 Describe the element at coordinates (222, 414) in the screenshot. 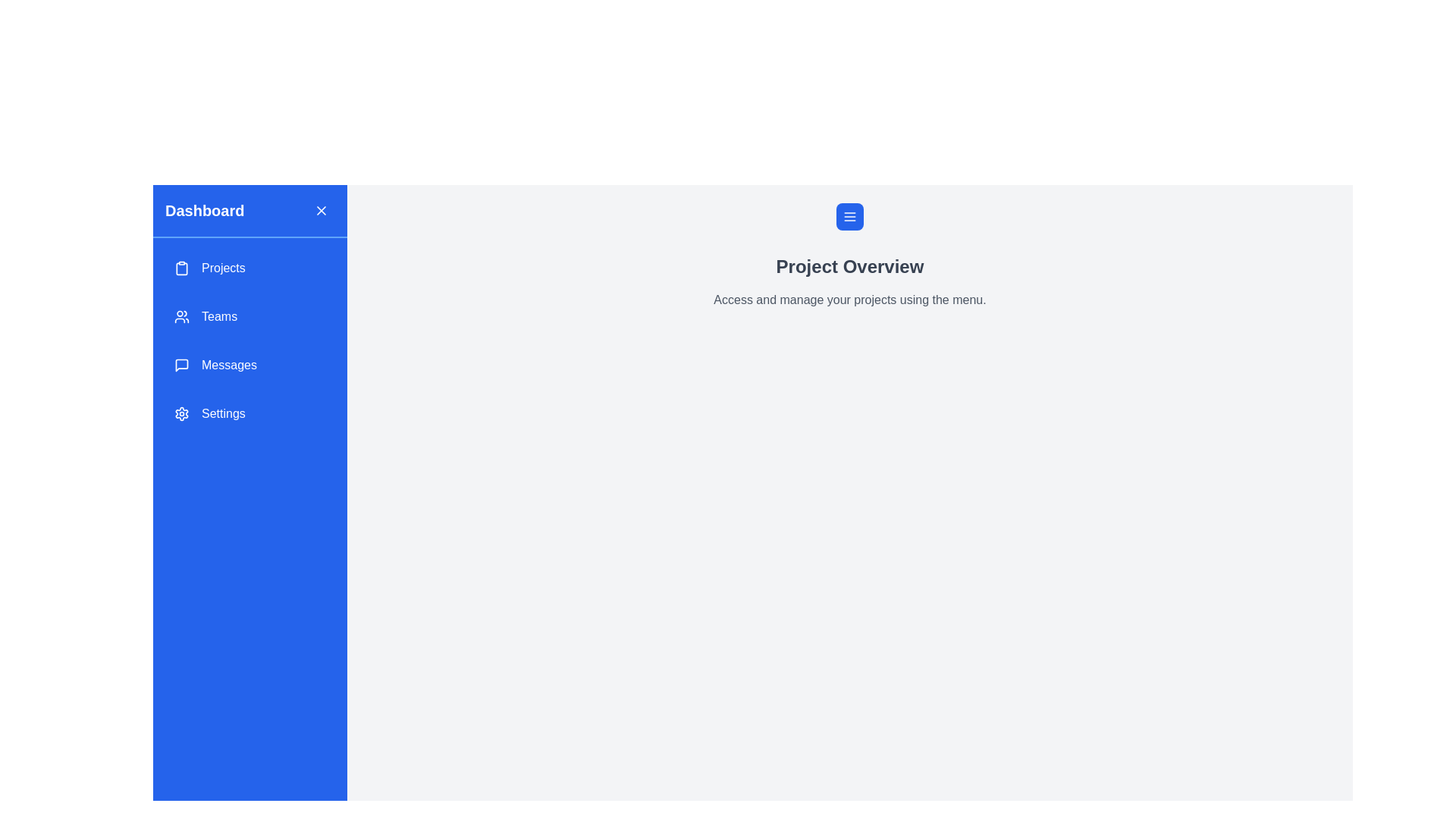

I see `the navigation link for settings, which is the fourth item in the vertical list below 'Messages' and to the right of a gear icon` at that location.